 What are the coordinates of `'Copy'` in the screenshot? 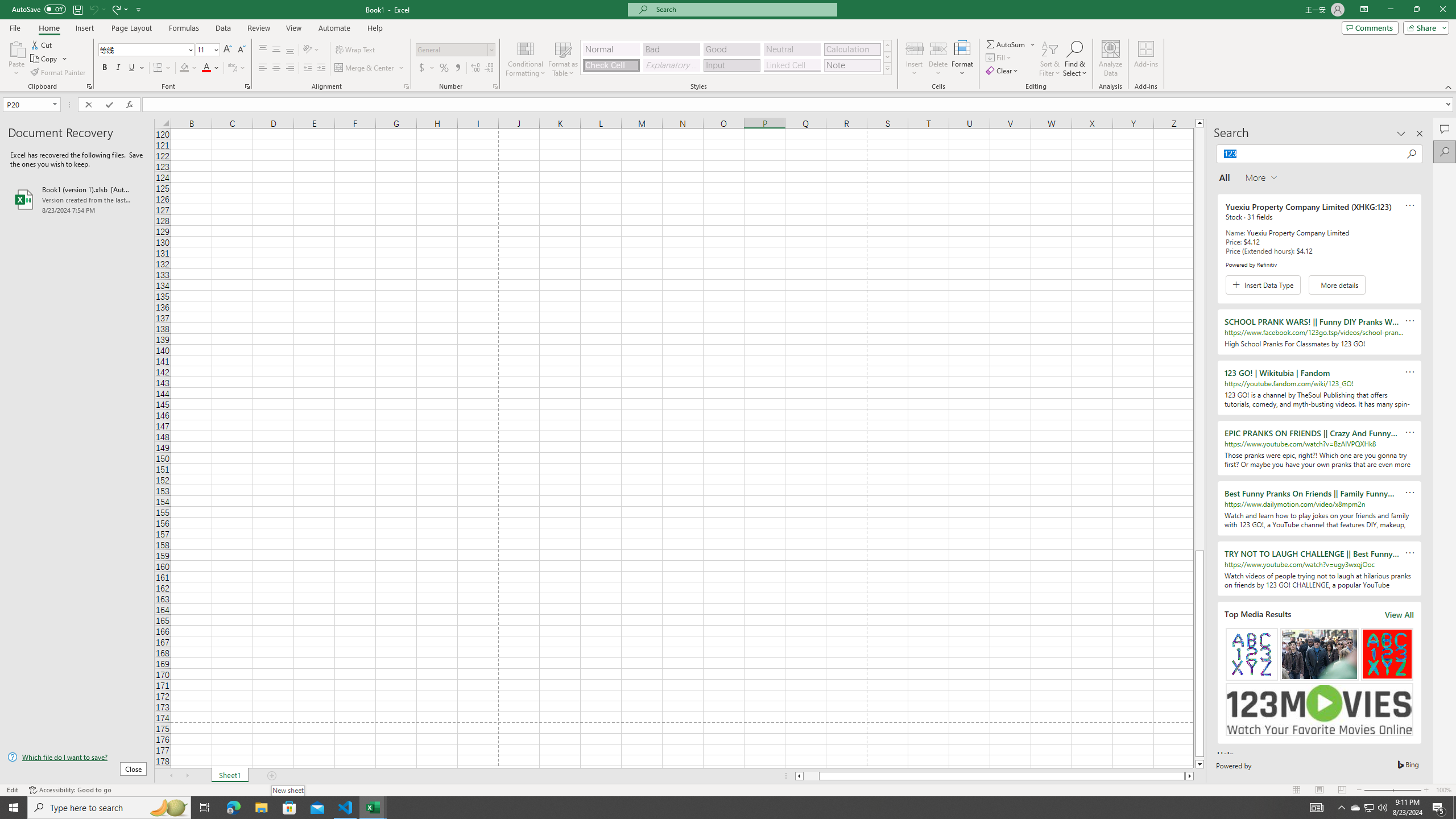 It's located at (44, 59).